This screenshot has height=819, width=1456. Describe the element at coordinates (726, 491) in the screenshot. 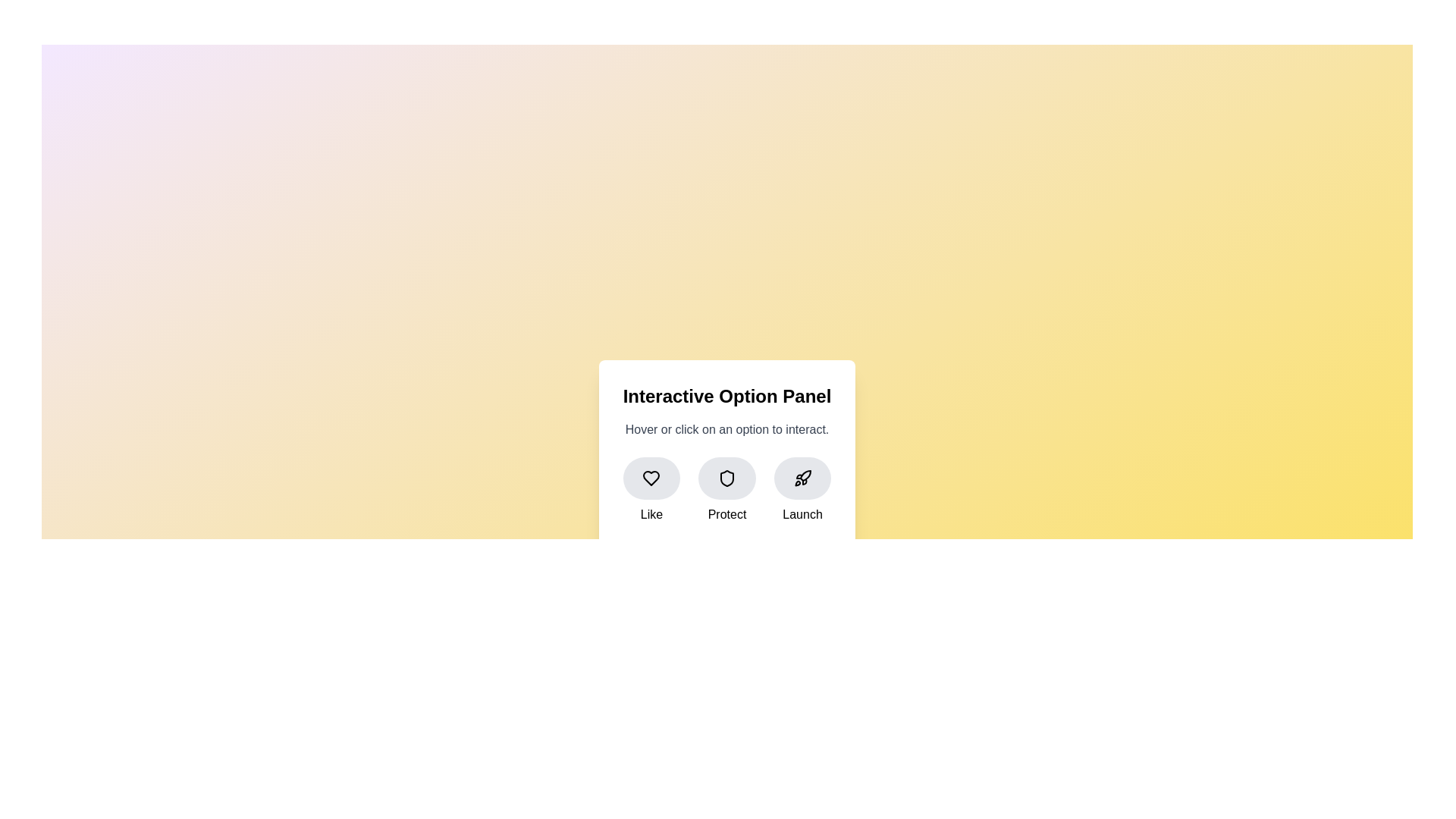

I see `the protection button with an icon and label, located as the center option among three buttons in a grid layout, which also includes 'Like' on the left and 'Launch' on the right` at that location.